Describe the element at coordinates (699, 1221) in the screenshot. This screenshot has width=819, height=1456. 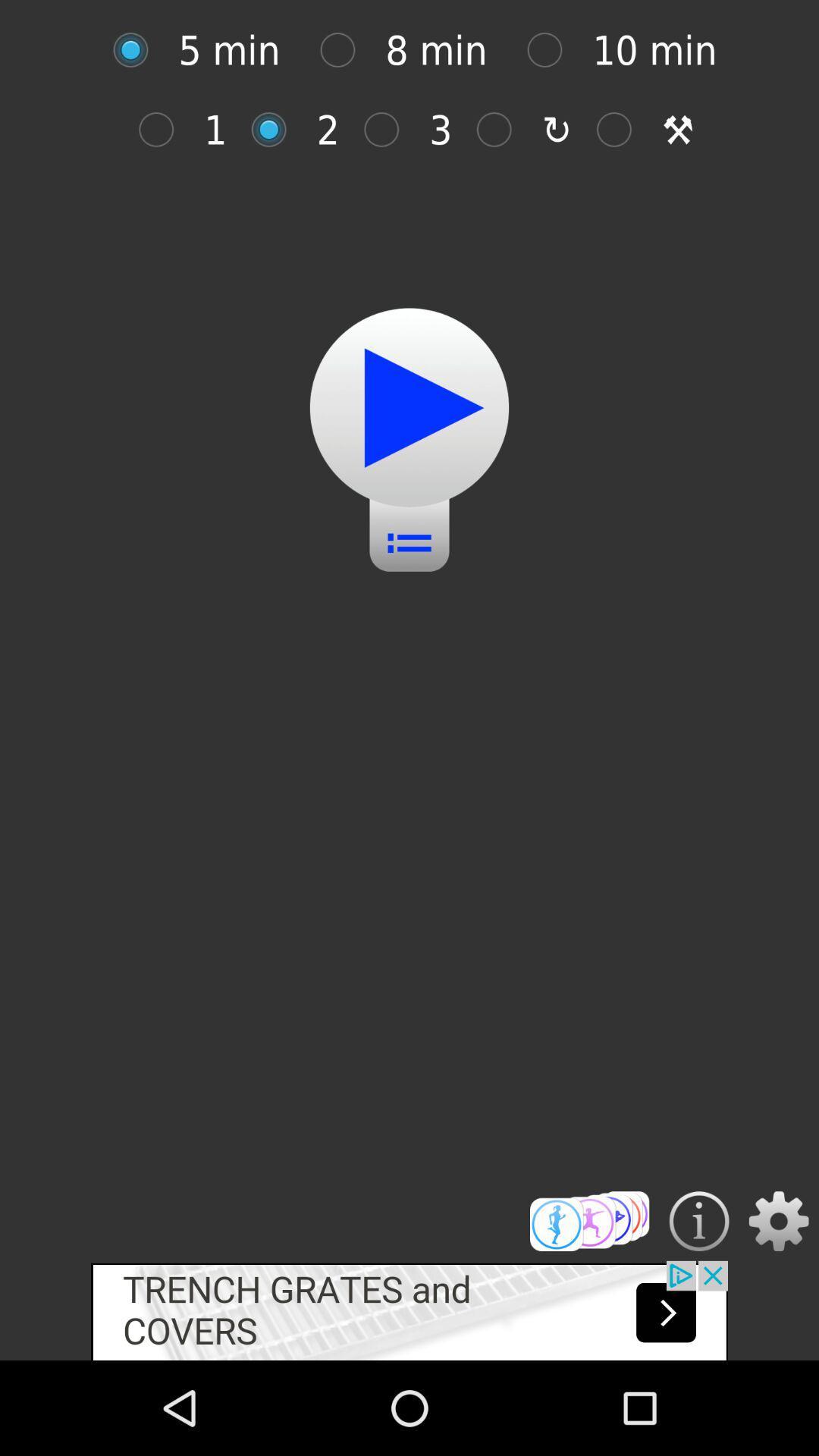
I see `get more information` at that location.